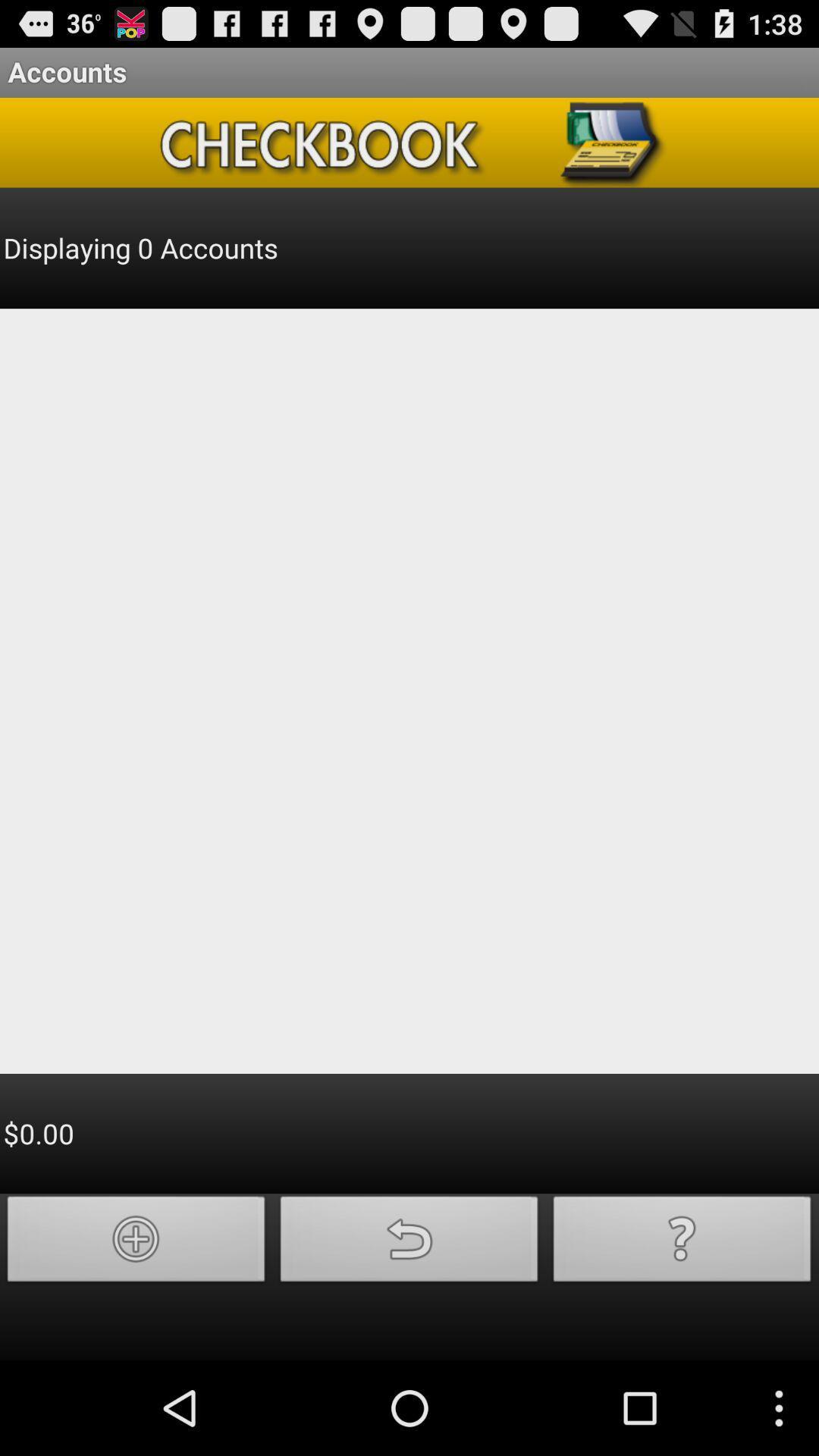 This screenshot has height=1456, width=819. I want to click on purchase, so click(136, 1243).